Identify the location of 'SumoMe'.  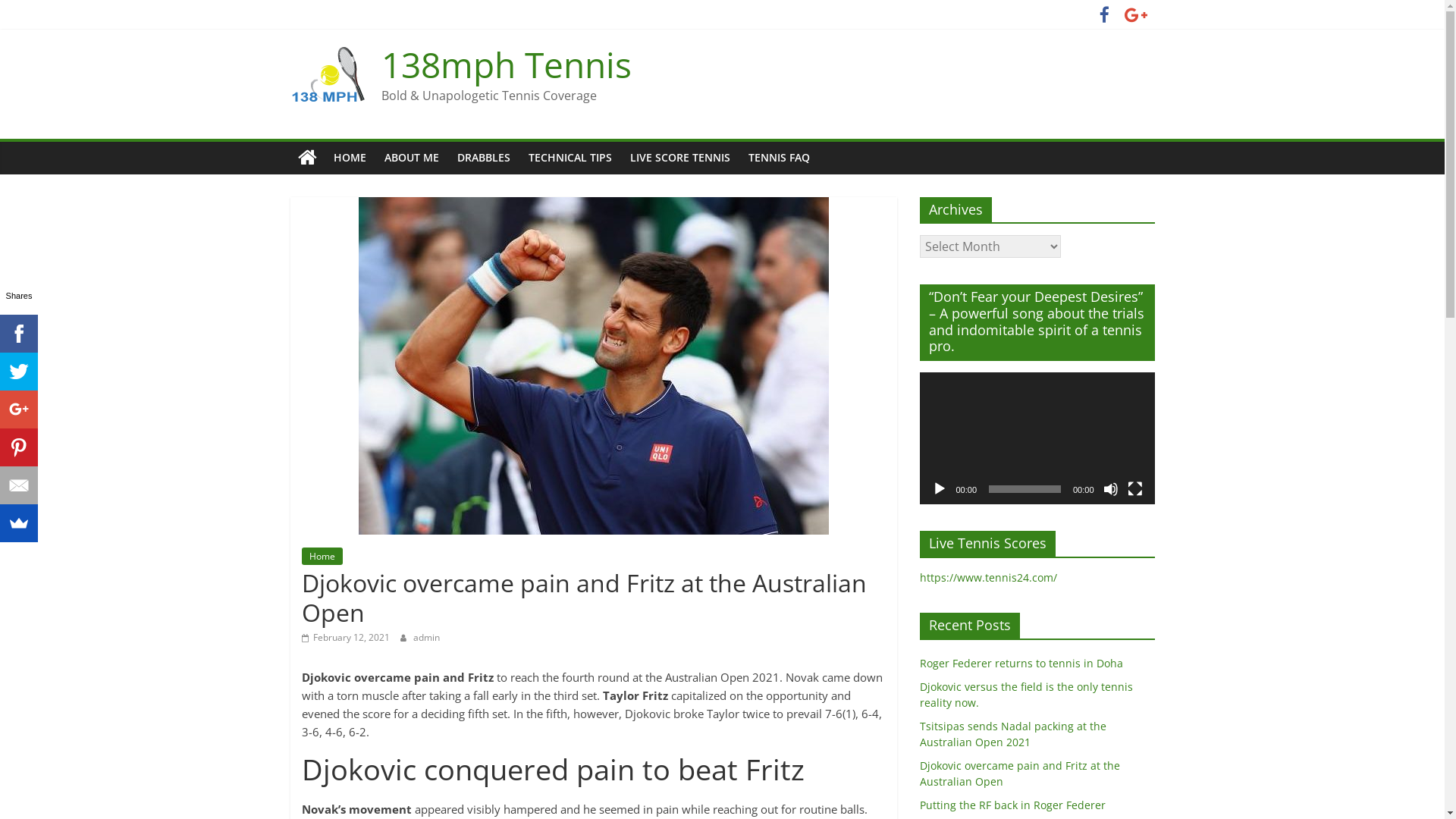
(18, 522).